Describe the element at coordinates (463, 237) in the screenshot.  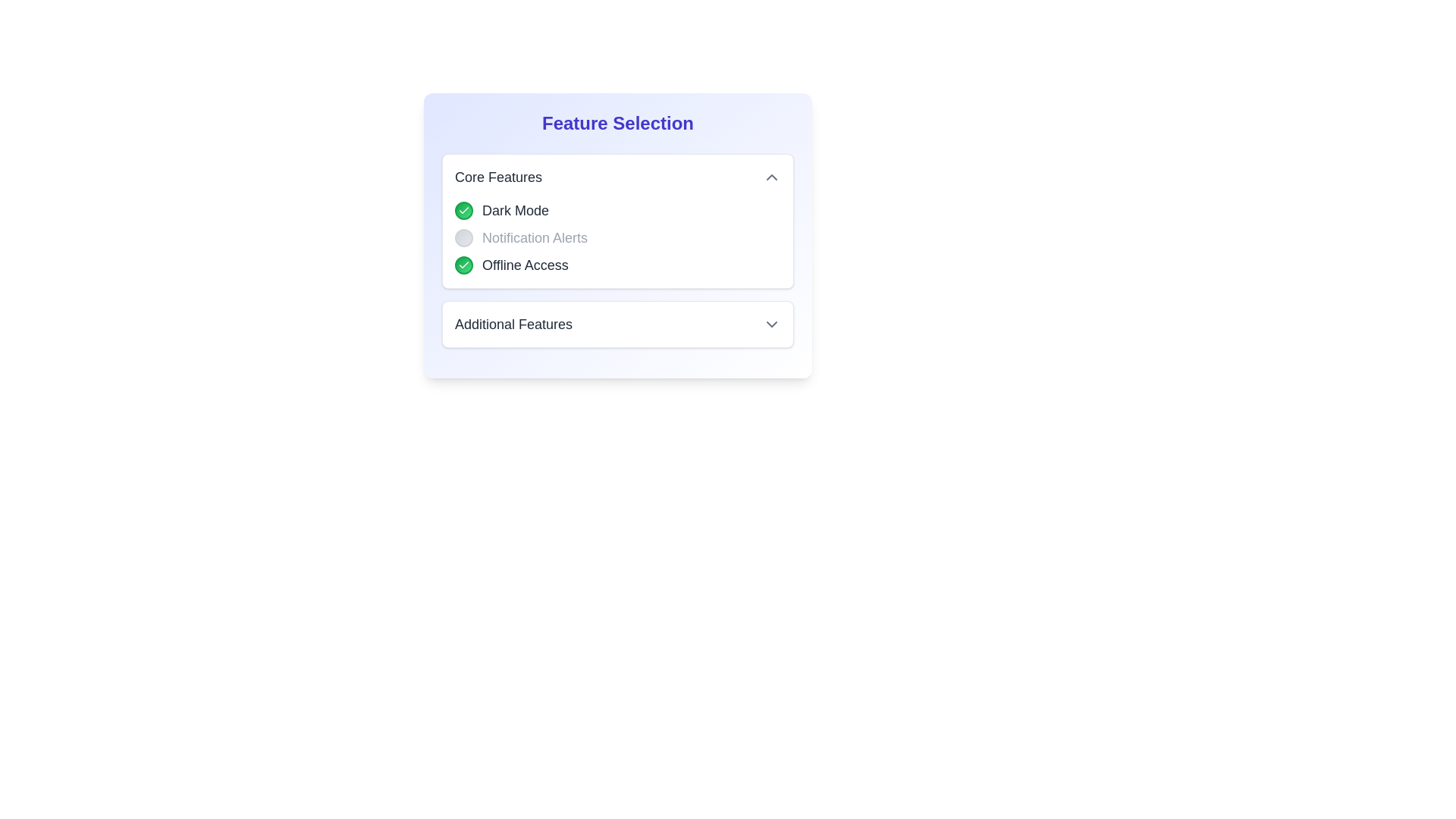
I see `the Circular indicator or toggle for 'Notification Alerts'` at that location.